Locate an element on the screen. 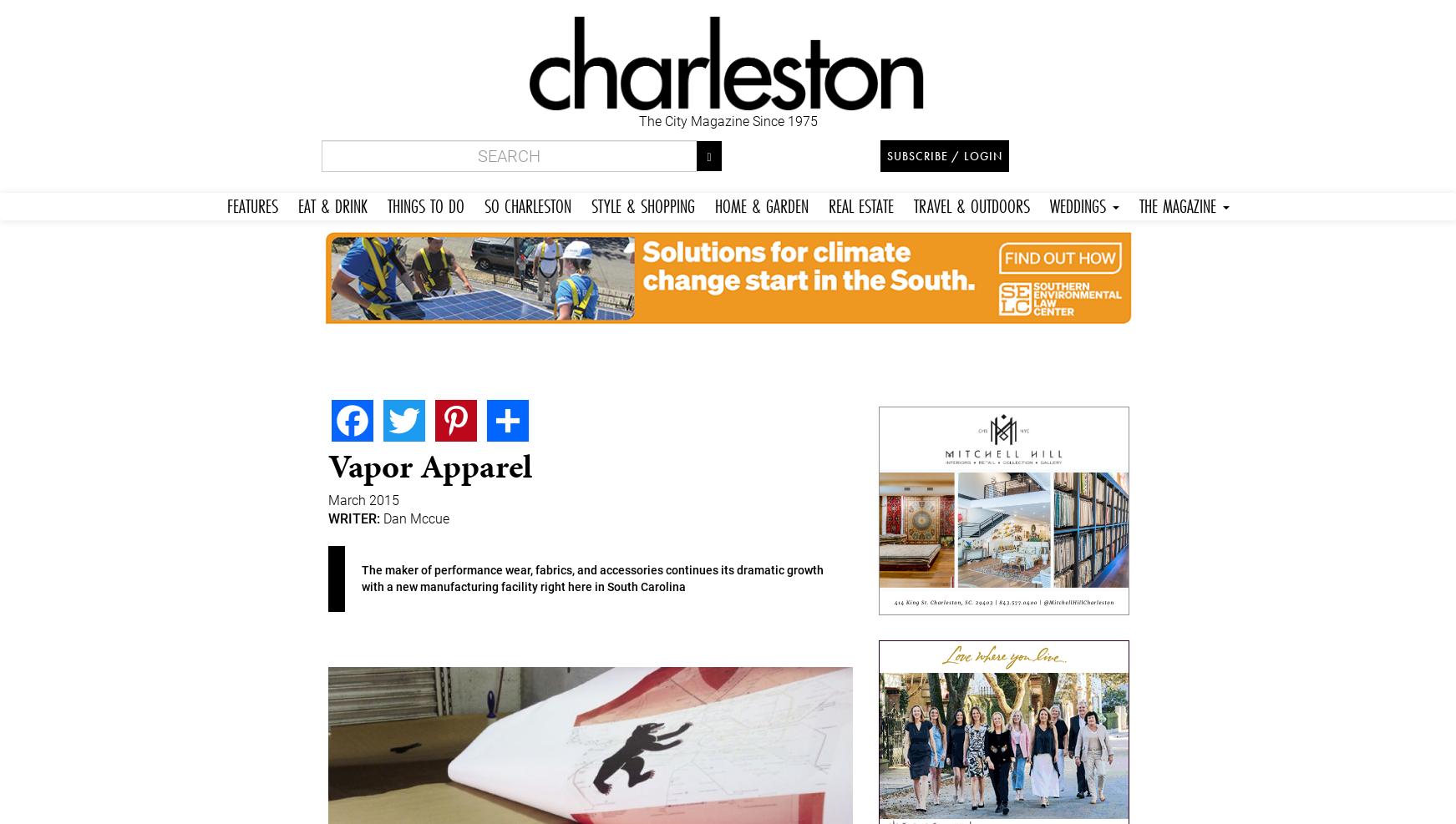  'HOME & GARDEN' is located at coordinates (761, 205).